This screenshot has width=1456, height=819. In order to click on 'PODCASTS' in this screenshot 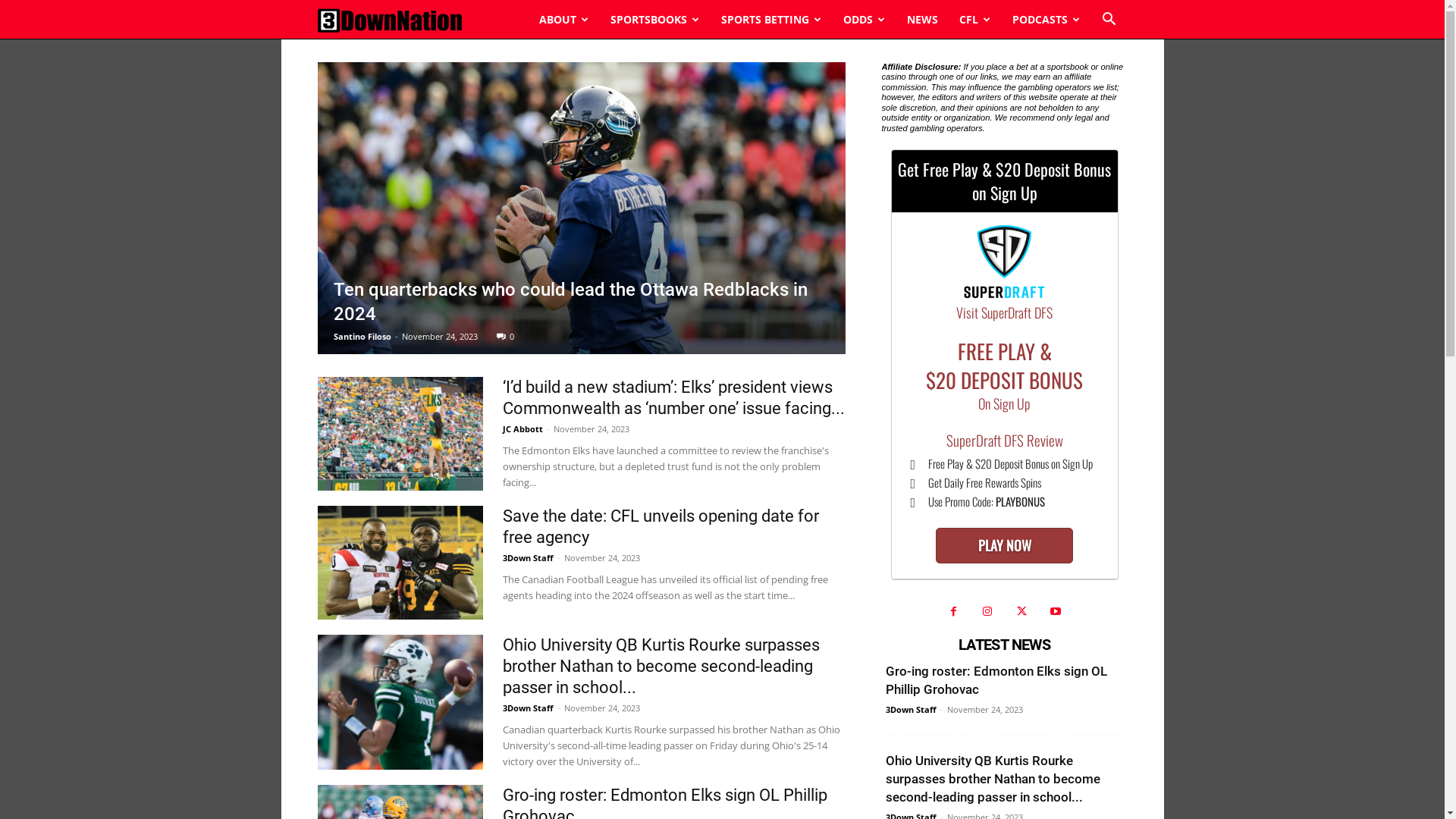, I will do `click(1044, 20)`.